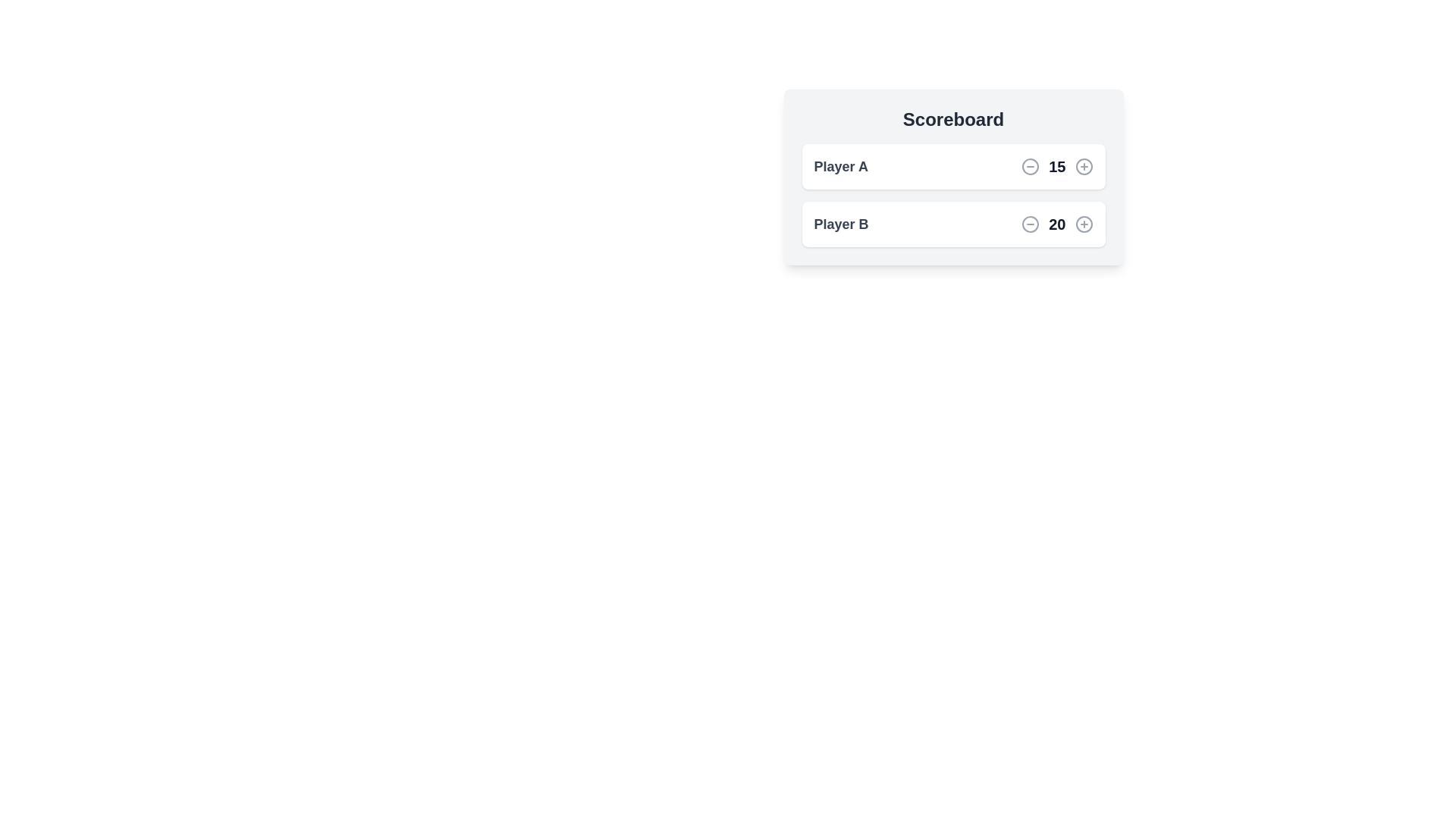 This screenshot has height=819, width=1456. I want to click on the circular component of the '+' icon located beside the score display for Player A on the scoreboard, so click(1083, 166).